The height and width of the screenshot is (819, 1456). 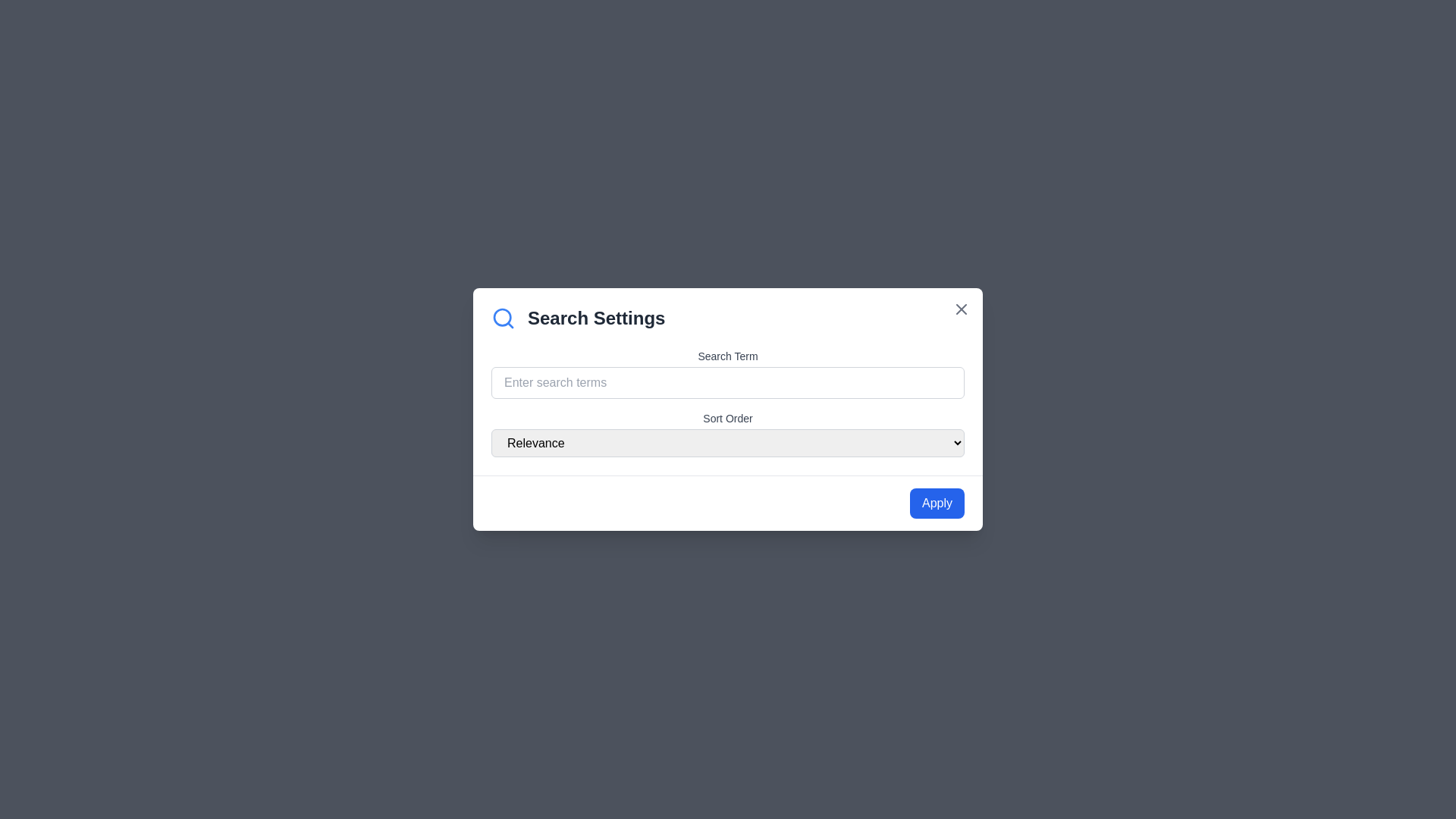 I want to click on the 'Search Settings' text label, which is a bold and large-sized gray title located just below the modal's close button and above the input fields, so click(x=595, y=318).